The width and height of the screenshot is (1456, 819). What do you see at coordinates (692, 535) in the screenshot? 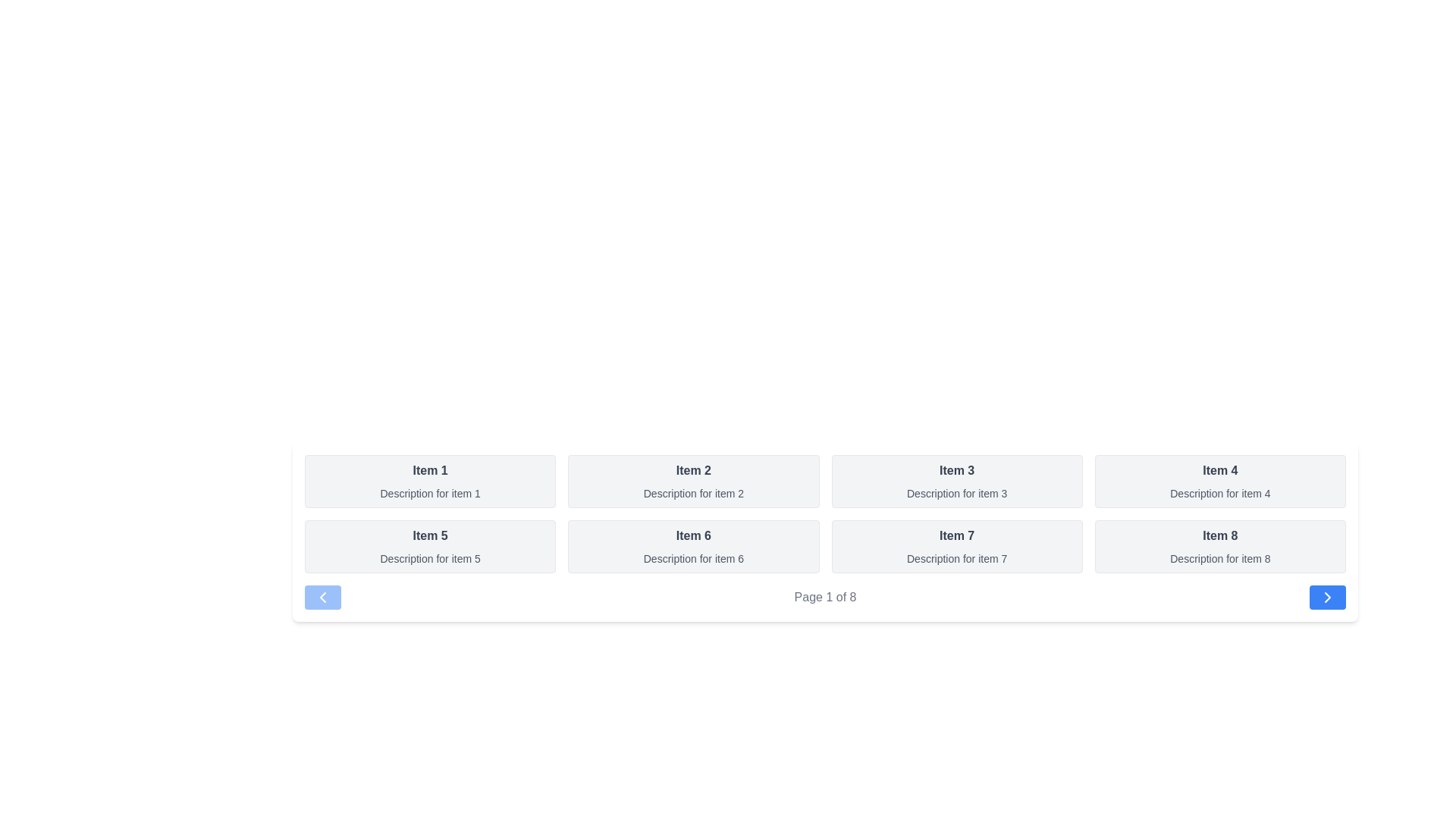
I see `the bold text label reading 'Item 6', which is styled in gray and located in the bottom row and second column of the grid layout, directly above the description text 'Description for item 6'` at bounding box center [692, 535].